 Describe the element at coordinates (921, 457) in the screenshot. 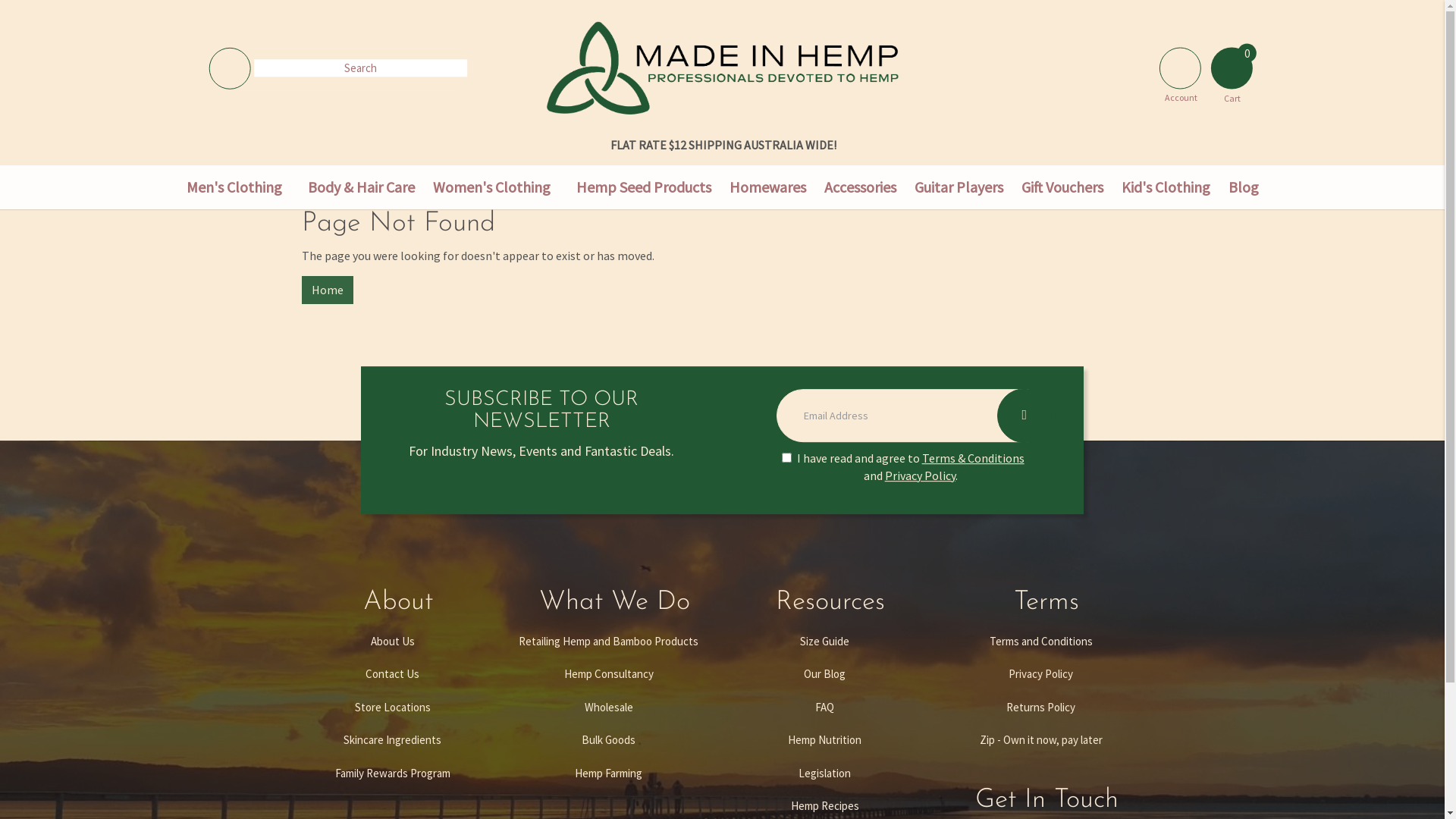

I see `'Terms & Conditions'` at that location.